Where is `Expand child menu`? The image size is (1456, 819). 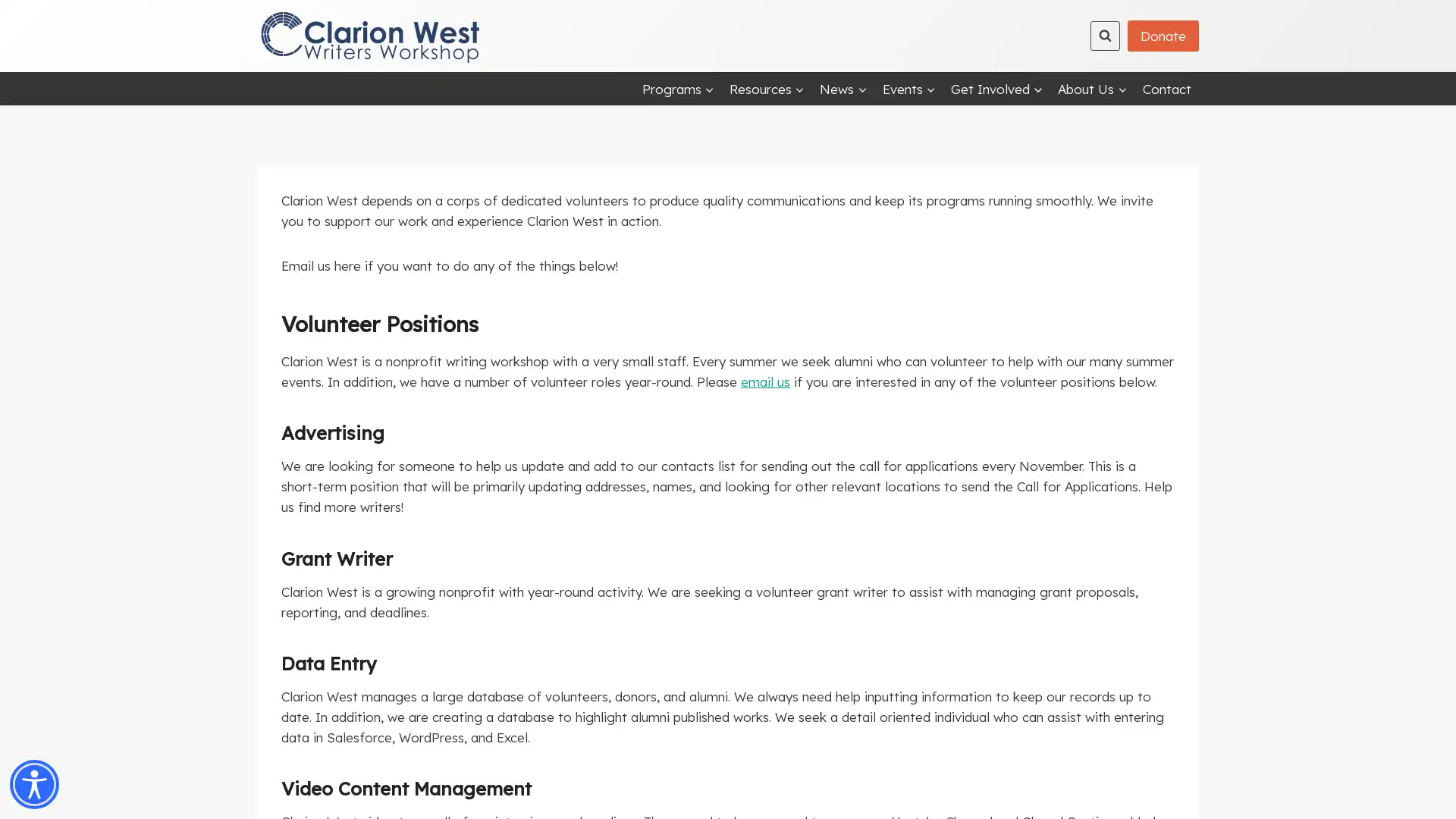
Expand child menu is located at coordinates (996, 88).